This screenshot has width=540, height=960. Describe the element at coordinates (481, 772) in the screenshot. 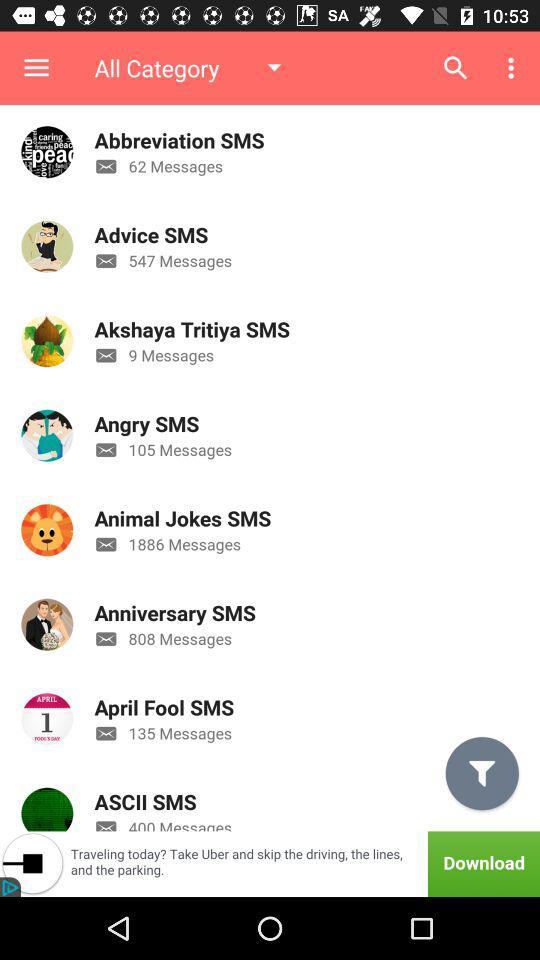

I see `the filter icon` at that location.